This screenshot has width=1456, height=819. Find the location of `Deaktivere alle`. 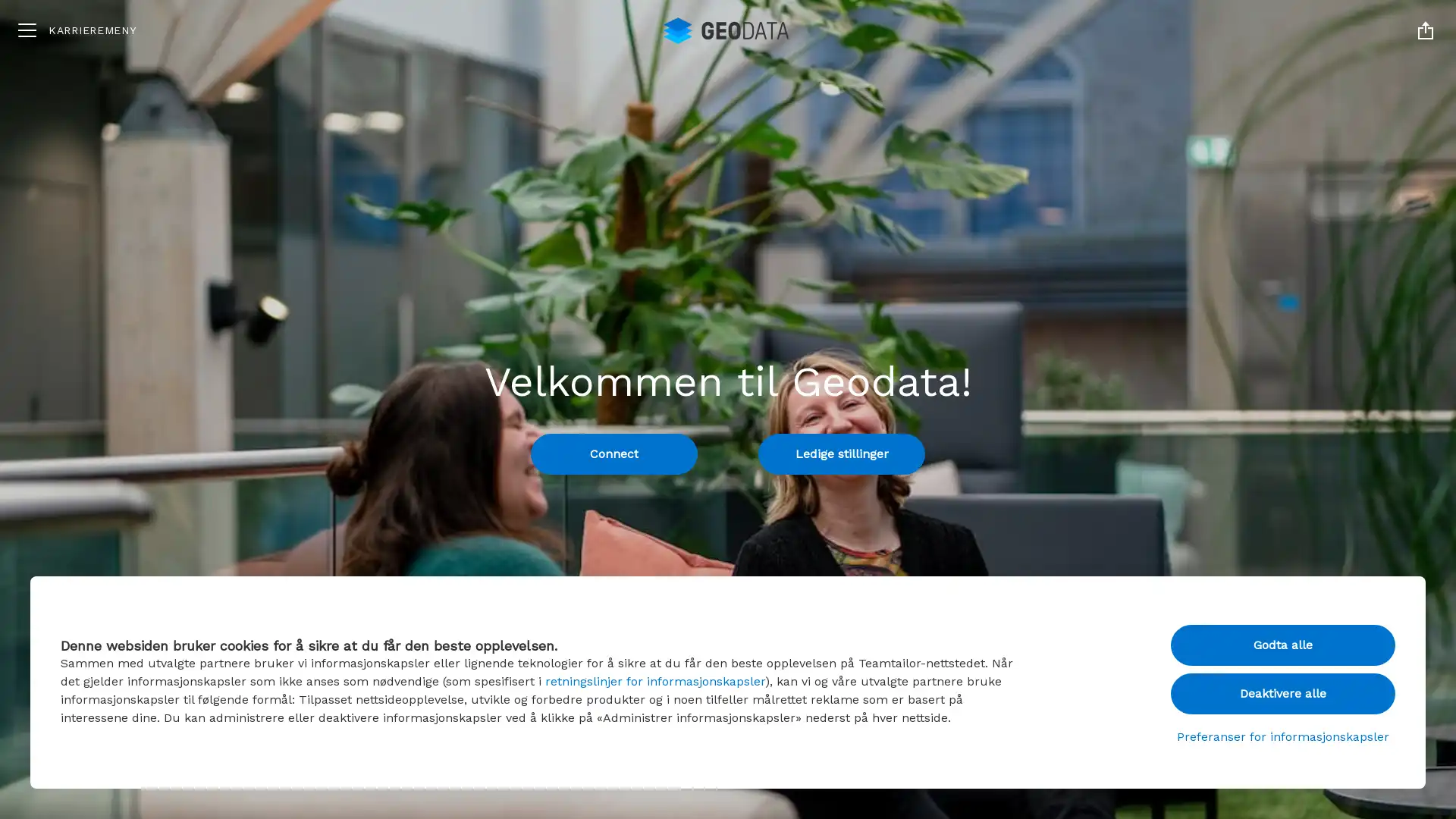

Deaktivere alle is located at coordinates (1282, 693).